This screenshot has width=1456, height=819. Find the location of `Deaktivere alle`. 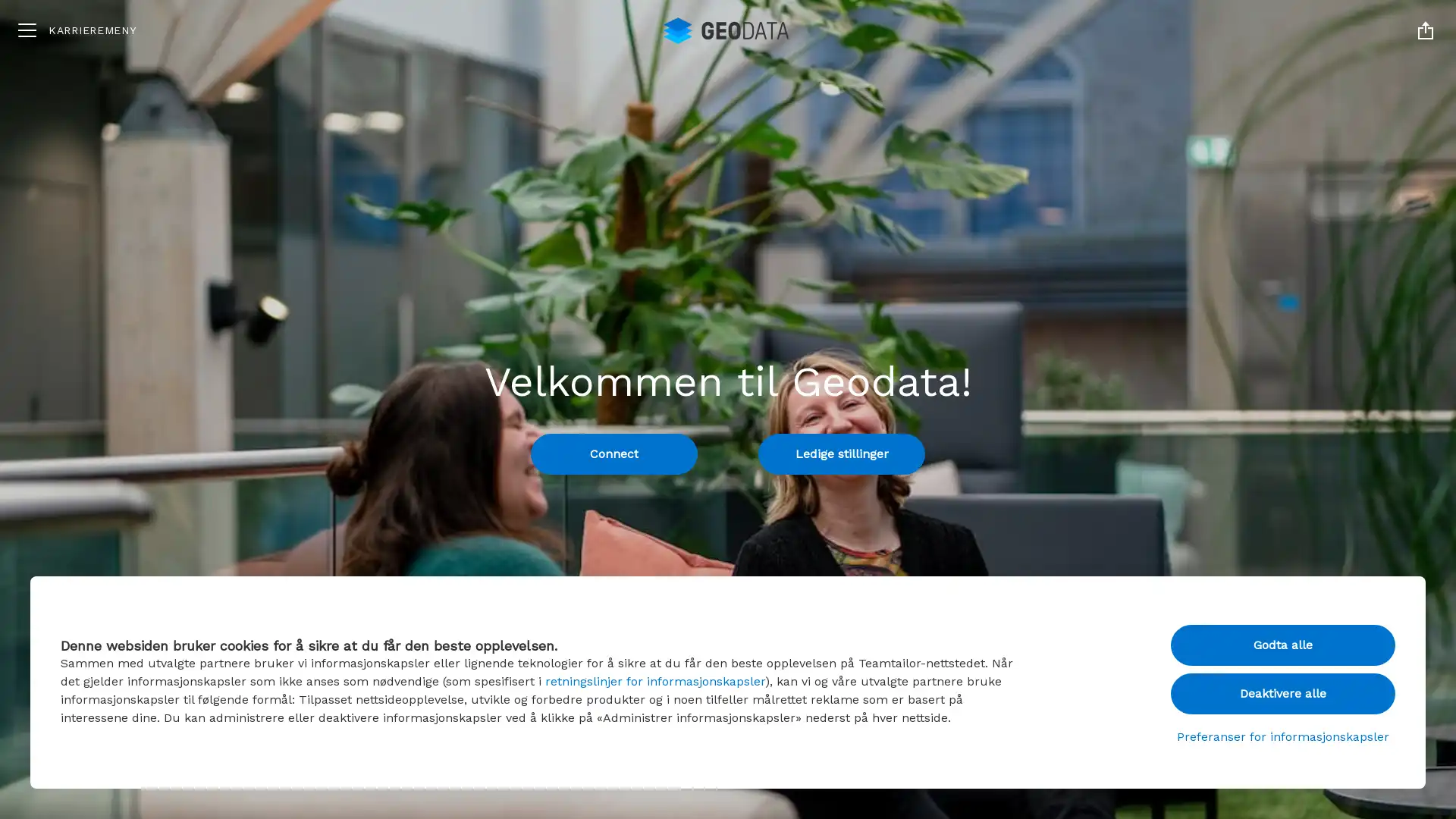

Deaktivere alle is located at coordinates (1282, 693).